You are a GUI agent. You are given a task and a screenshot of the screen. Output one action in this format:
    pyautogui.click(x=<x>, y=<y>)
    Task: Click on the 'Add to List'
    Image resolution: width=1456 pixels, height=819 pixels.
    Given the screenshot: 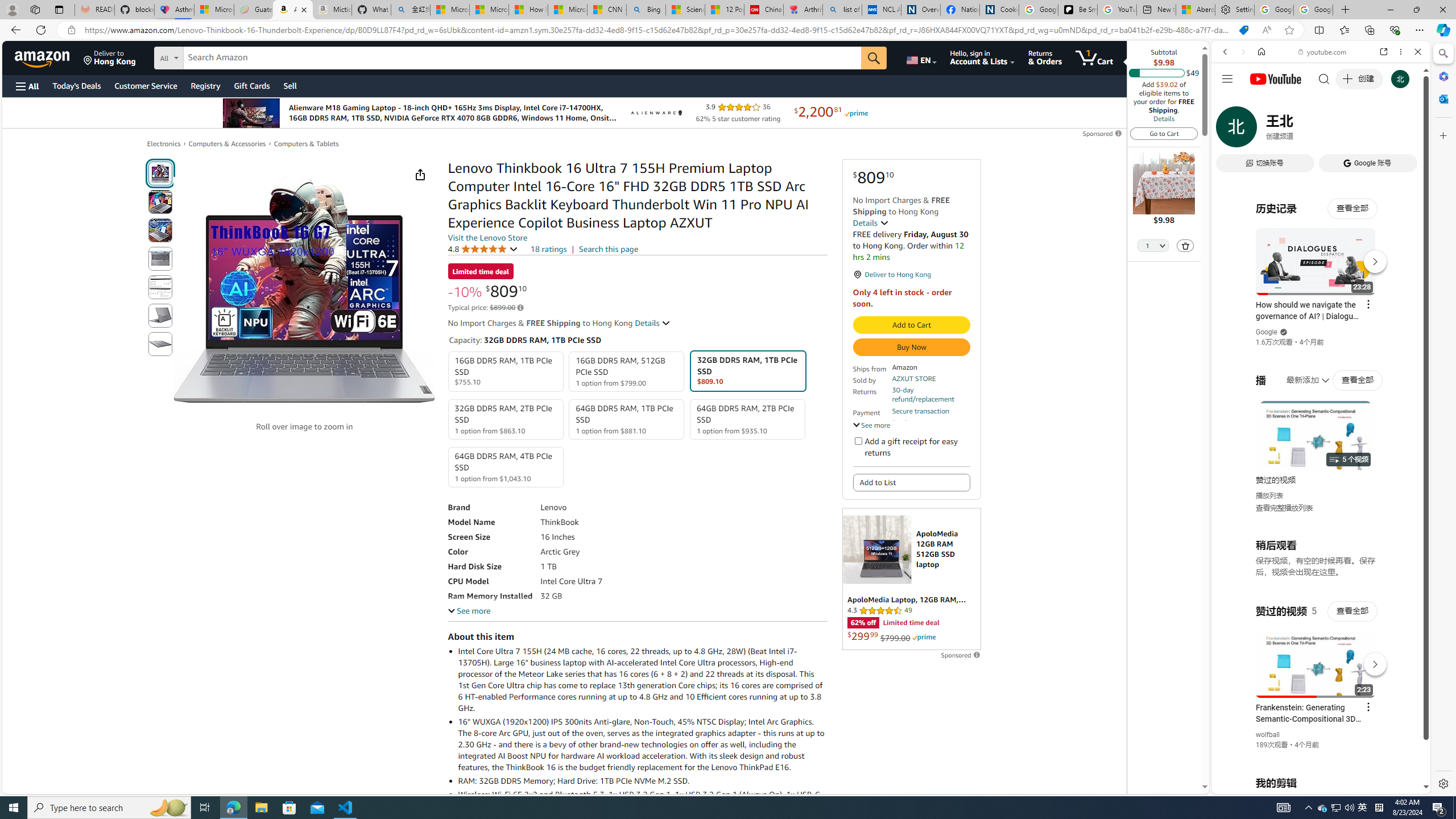 What is the action you would take?
    pyautogui.click(x=911, y=482)
    